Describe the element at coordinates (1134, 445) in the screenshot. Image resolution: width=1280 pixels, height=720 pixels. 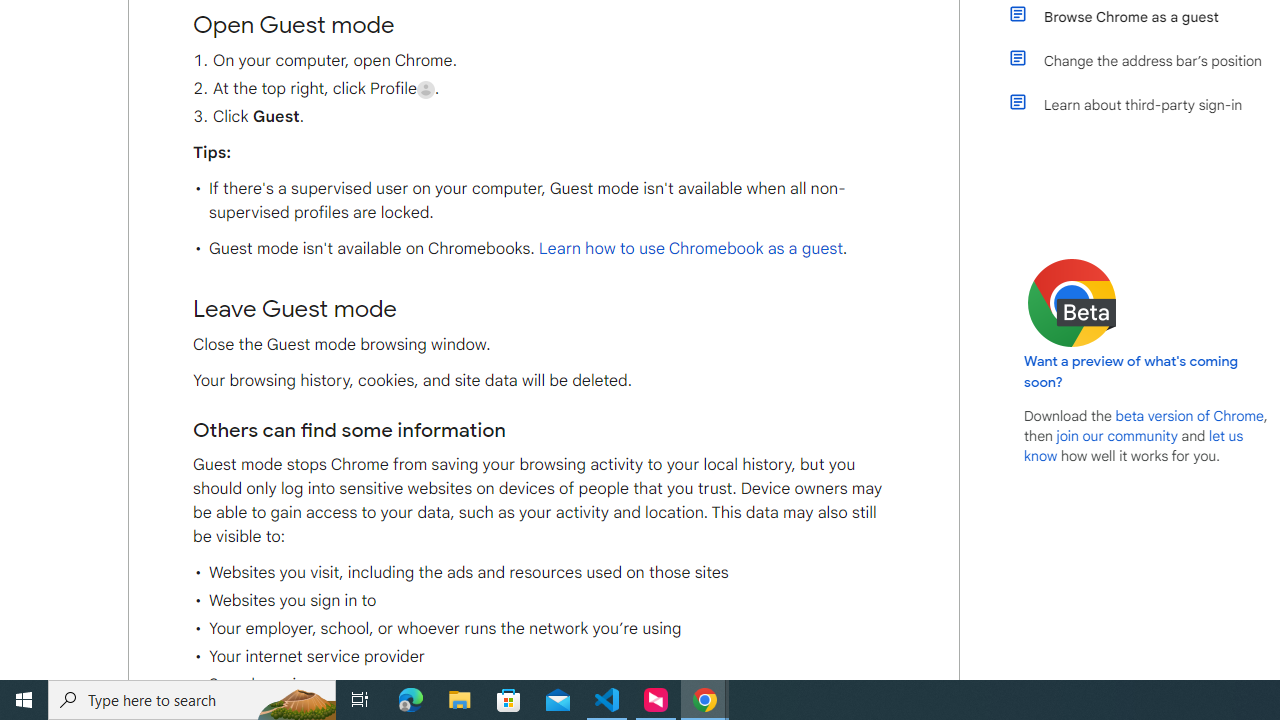
I see `'let us know'` at that location.